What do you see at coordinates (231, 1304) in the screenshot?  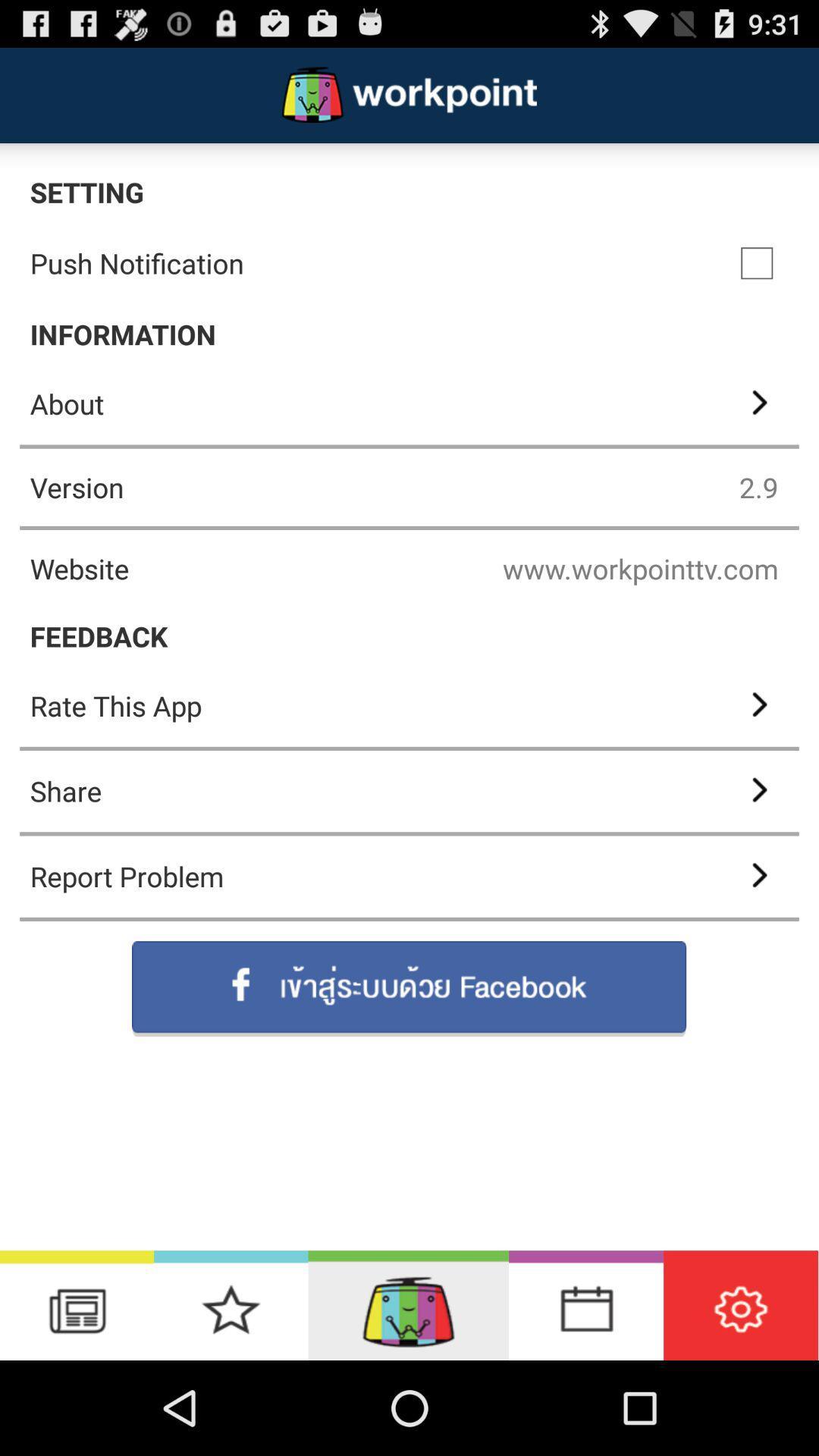 I see `the second button at bottom menu bar` at bounding box center [231, 1304].